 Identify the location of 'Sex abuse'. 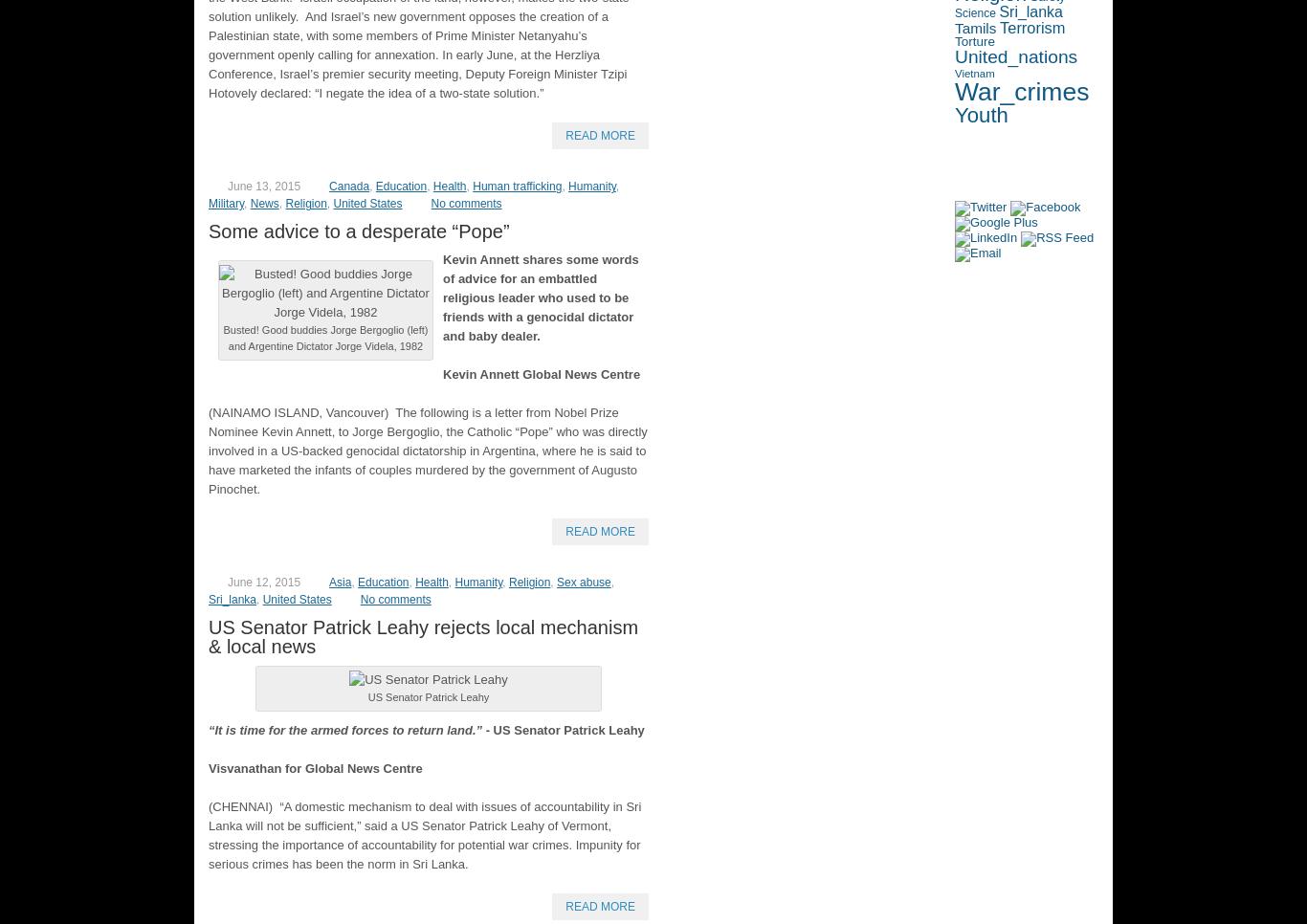
(583, 582).